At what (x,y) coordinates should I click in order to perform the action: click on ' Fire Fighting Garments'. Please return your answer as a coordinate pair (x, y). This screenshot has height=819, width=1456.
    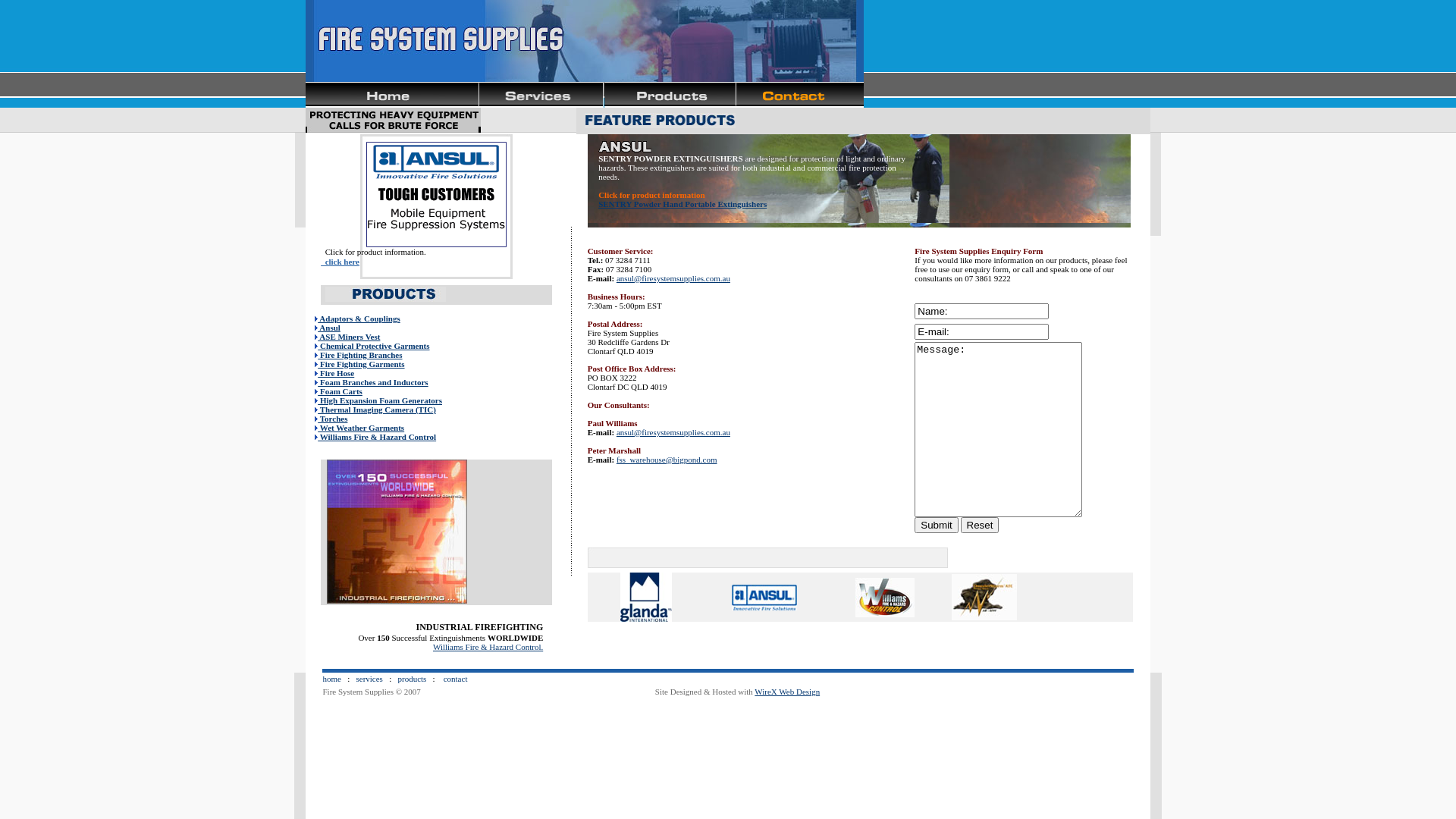
    Looking at the image, I should click on (359, 363).